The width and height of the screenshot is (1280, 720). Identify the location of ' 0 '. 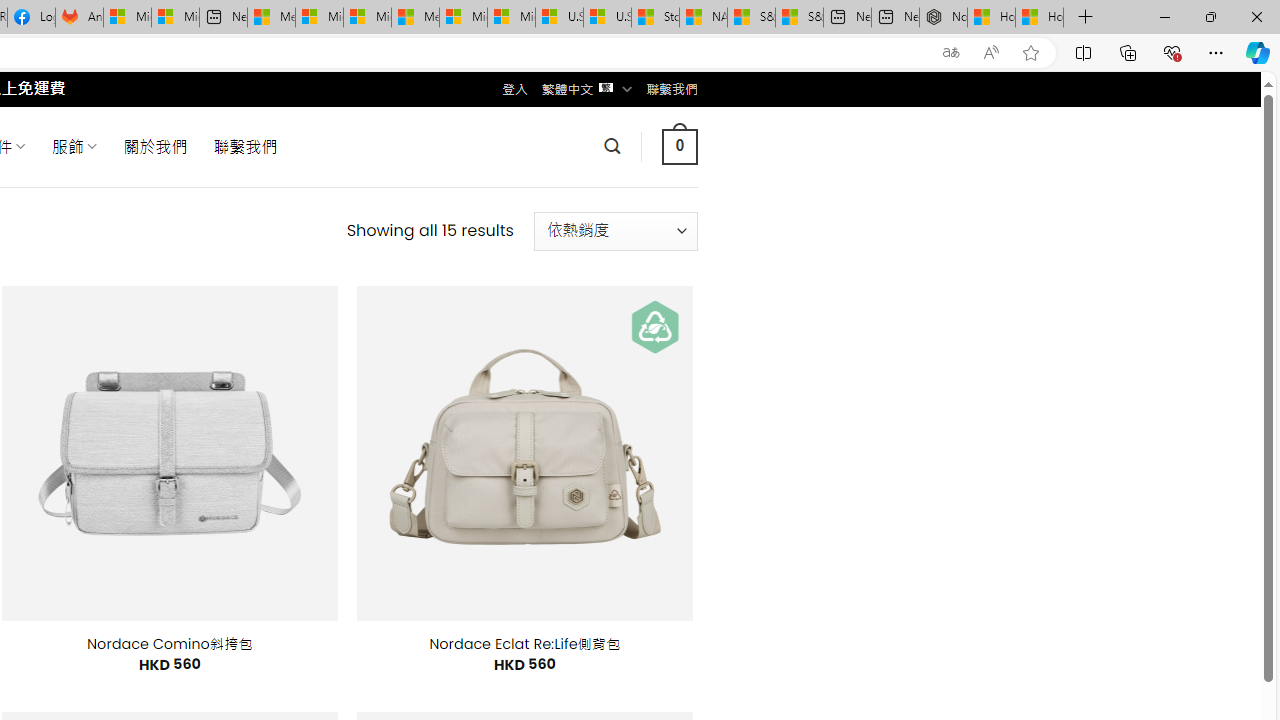
(679, 145).